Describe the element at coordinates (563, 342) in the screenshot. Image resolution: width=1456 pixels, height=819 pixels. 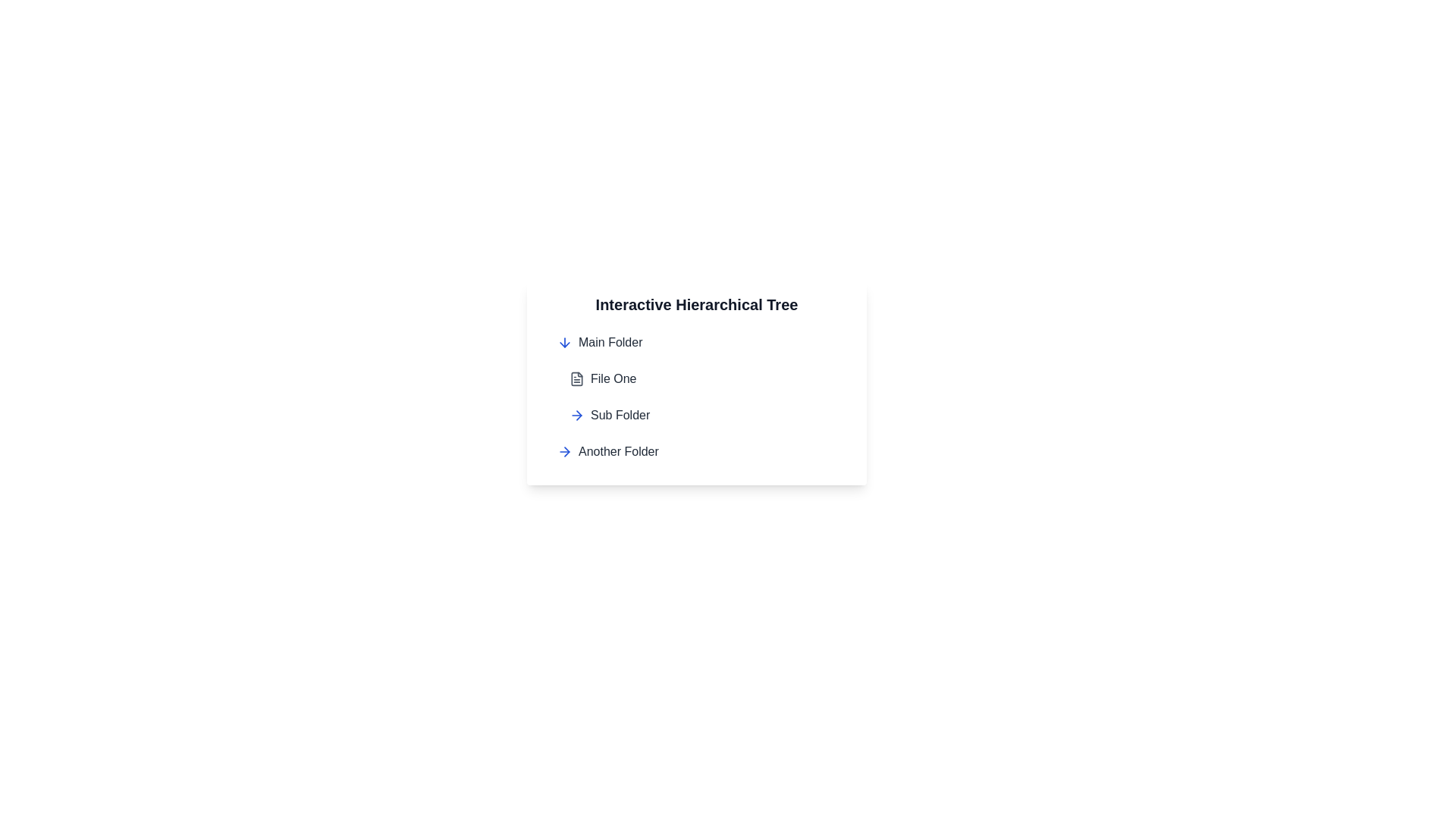
I see `the blue downward arrow icon located next to the 'Main Folder' text, which is part of the horizontal layout in the 'Main Folder' row` at that location.